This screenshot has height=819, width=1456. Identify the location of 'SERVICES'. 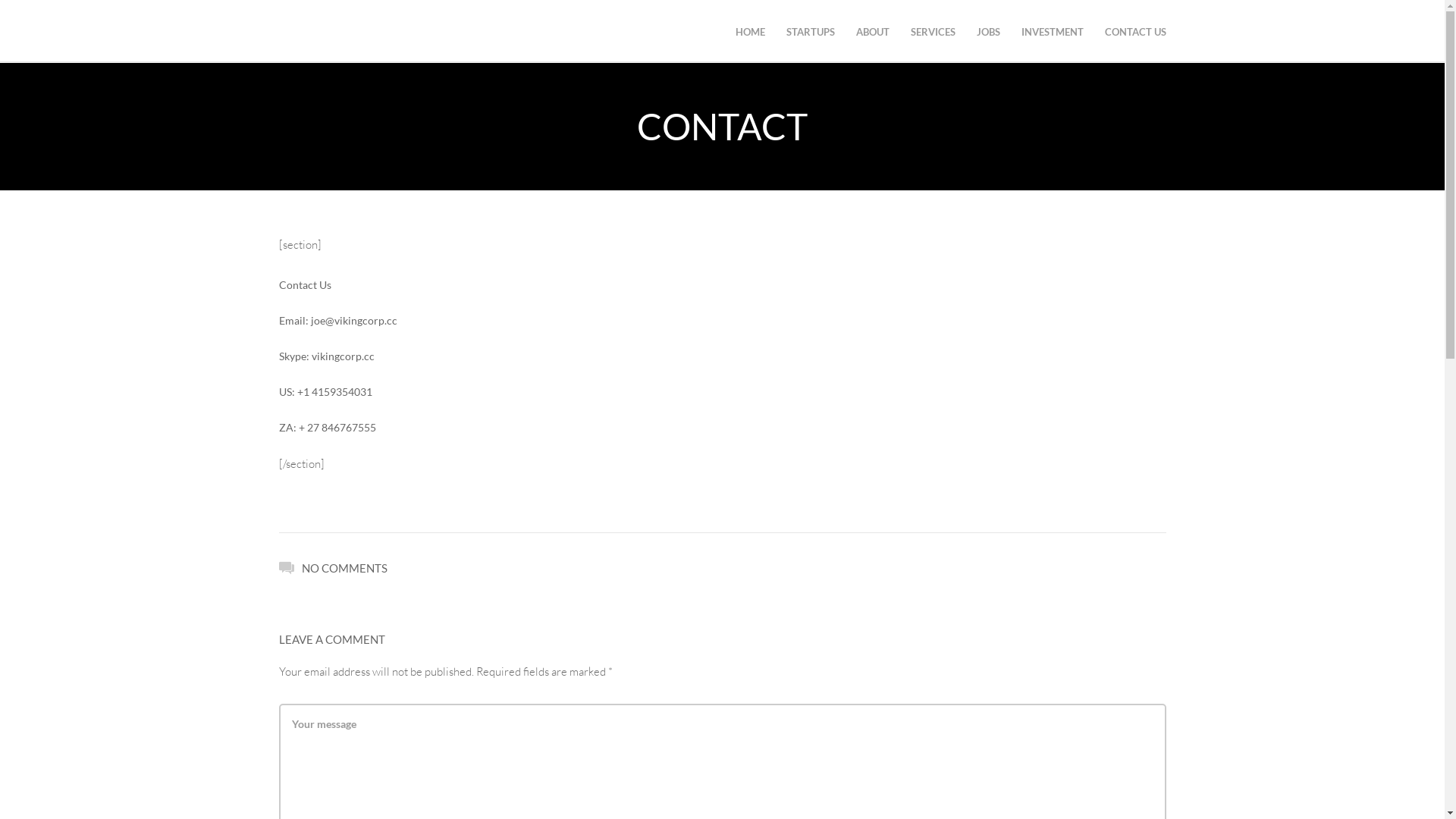
(931, 32).